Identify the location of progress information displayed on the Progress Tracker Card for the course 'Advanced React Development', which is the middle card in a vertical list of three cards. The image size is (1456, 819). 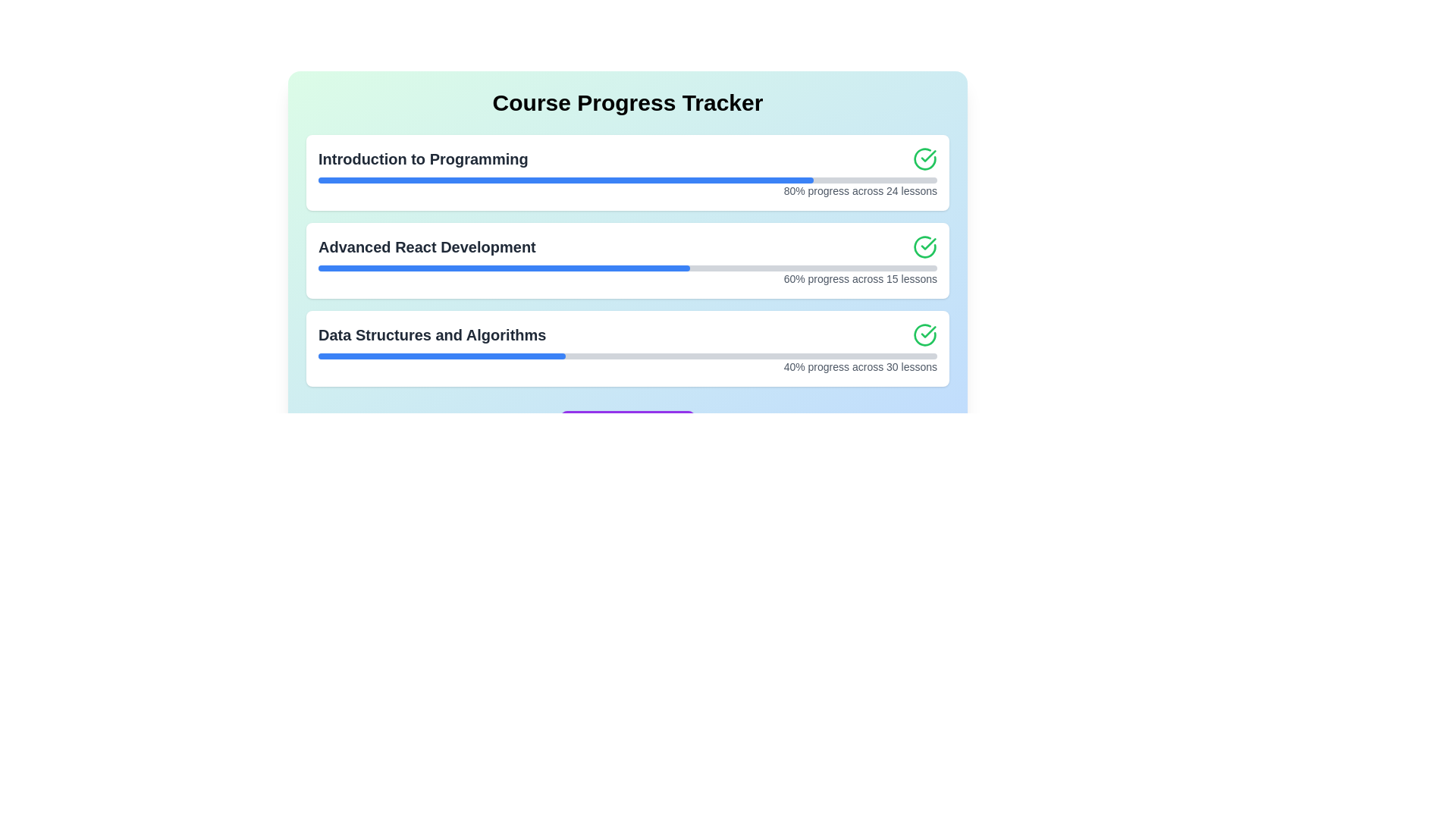
(628, 259).